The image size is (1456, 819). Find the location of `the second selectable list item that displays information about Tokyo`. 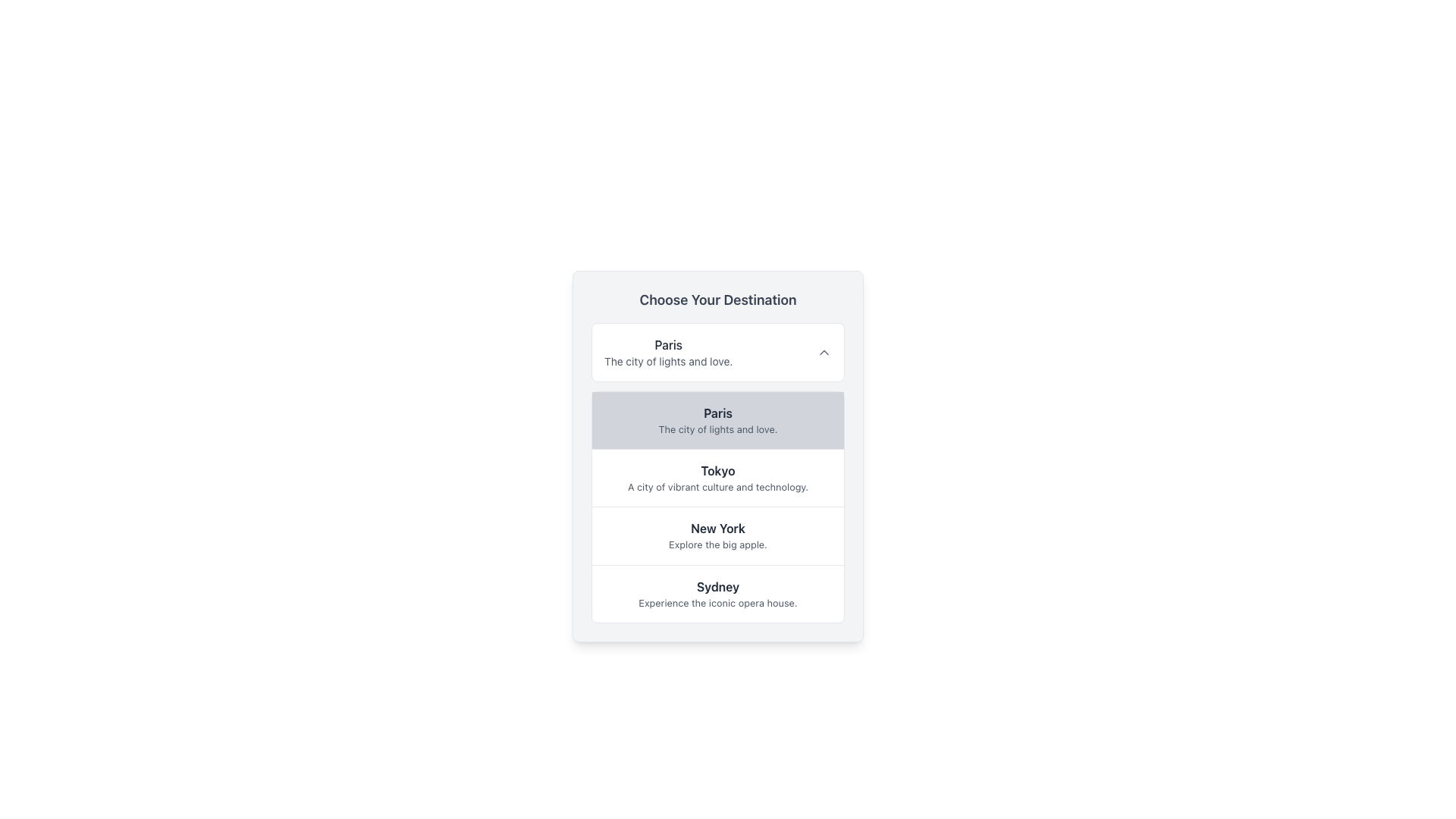

the second selectable list item that displays information about Tokyo is located at coordinates (717, 476).